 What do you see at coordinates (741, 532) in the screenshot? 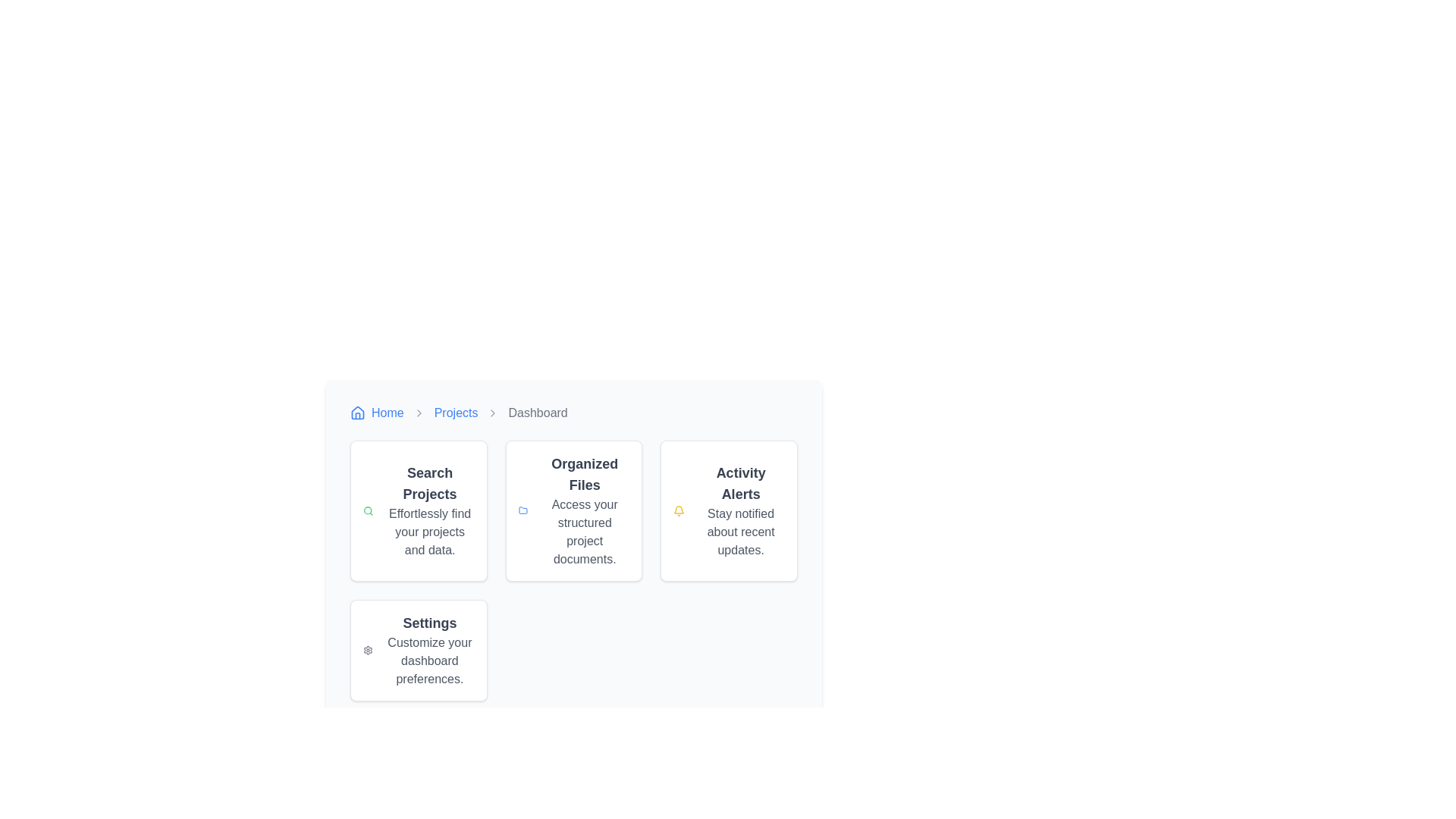
I see `the descriptive text label providing context for the 'Activity Alerts' card located below the title 'Activity Alerts' in the top-right card of the grid layout` at bounding box center [741, 532].